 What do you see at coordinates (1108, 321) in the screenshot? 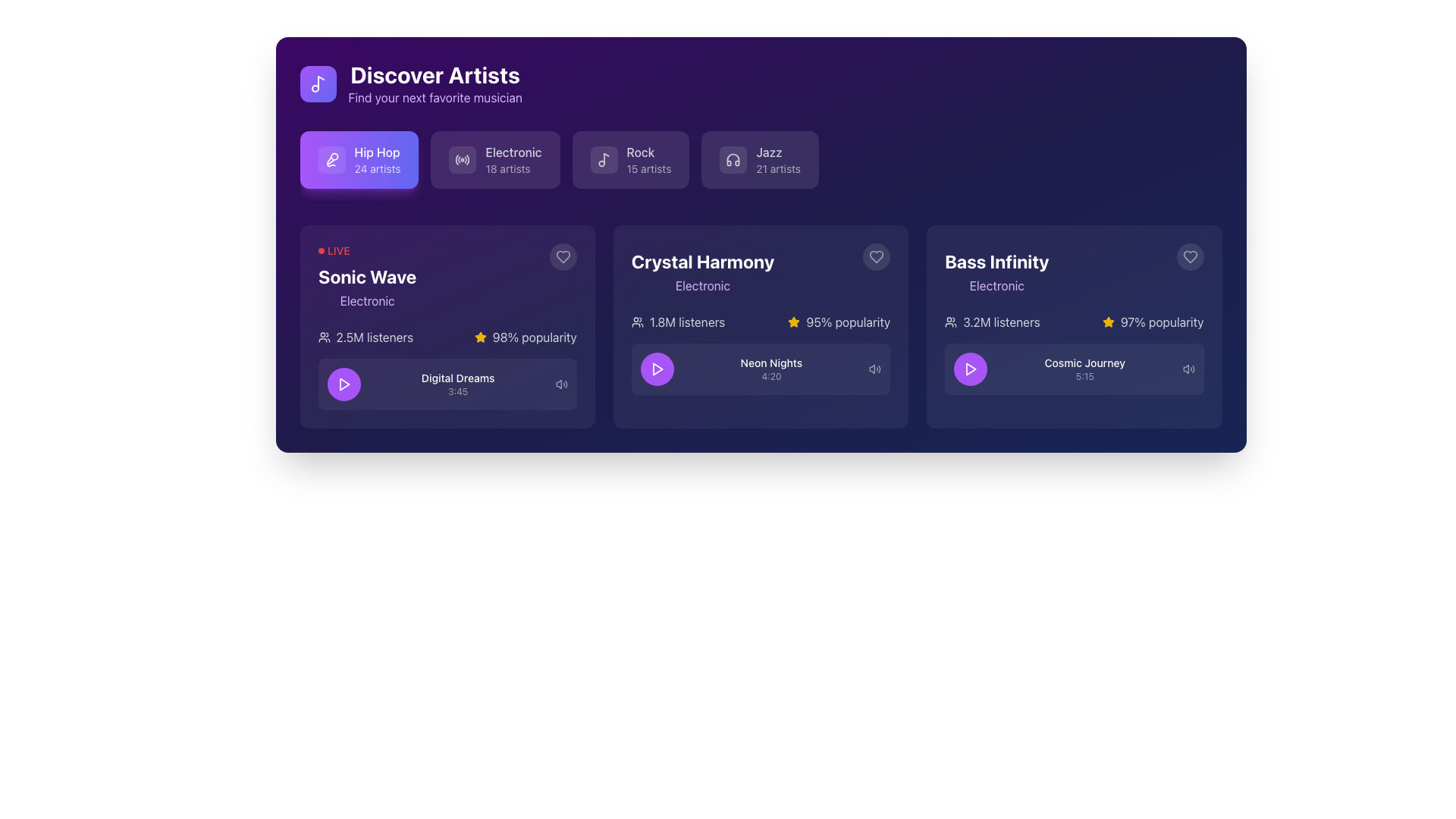
I see `the yellow star-shaped icon located in the bottom-right card titled 'Bass Infinity', positioned directly to the left of the '97% popularity' text` at bounding box center [1108, 321].